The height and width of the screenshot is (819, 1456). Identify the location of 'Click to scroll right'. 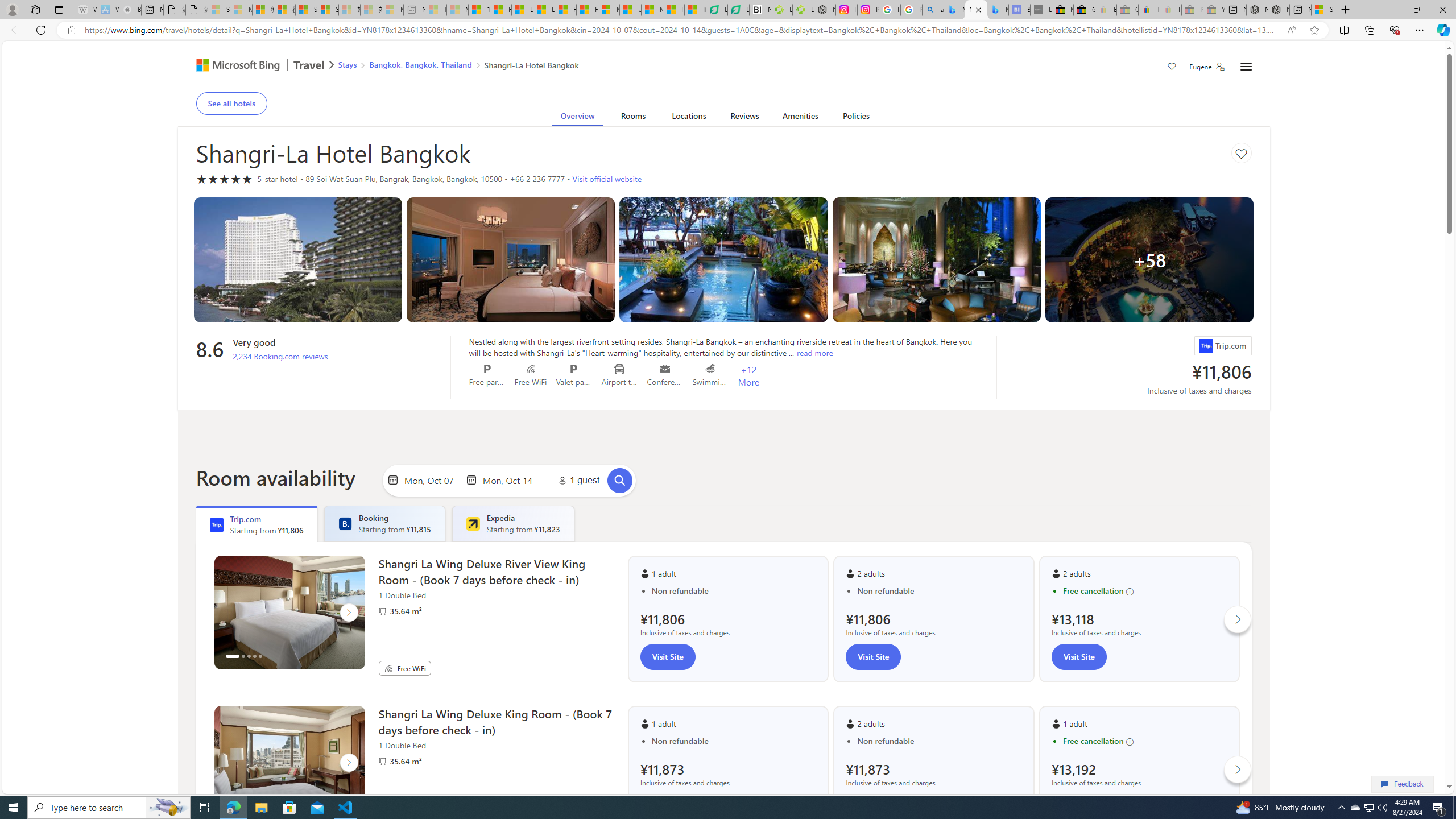
(1238, 768).